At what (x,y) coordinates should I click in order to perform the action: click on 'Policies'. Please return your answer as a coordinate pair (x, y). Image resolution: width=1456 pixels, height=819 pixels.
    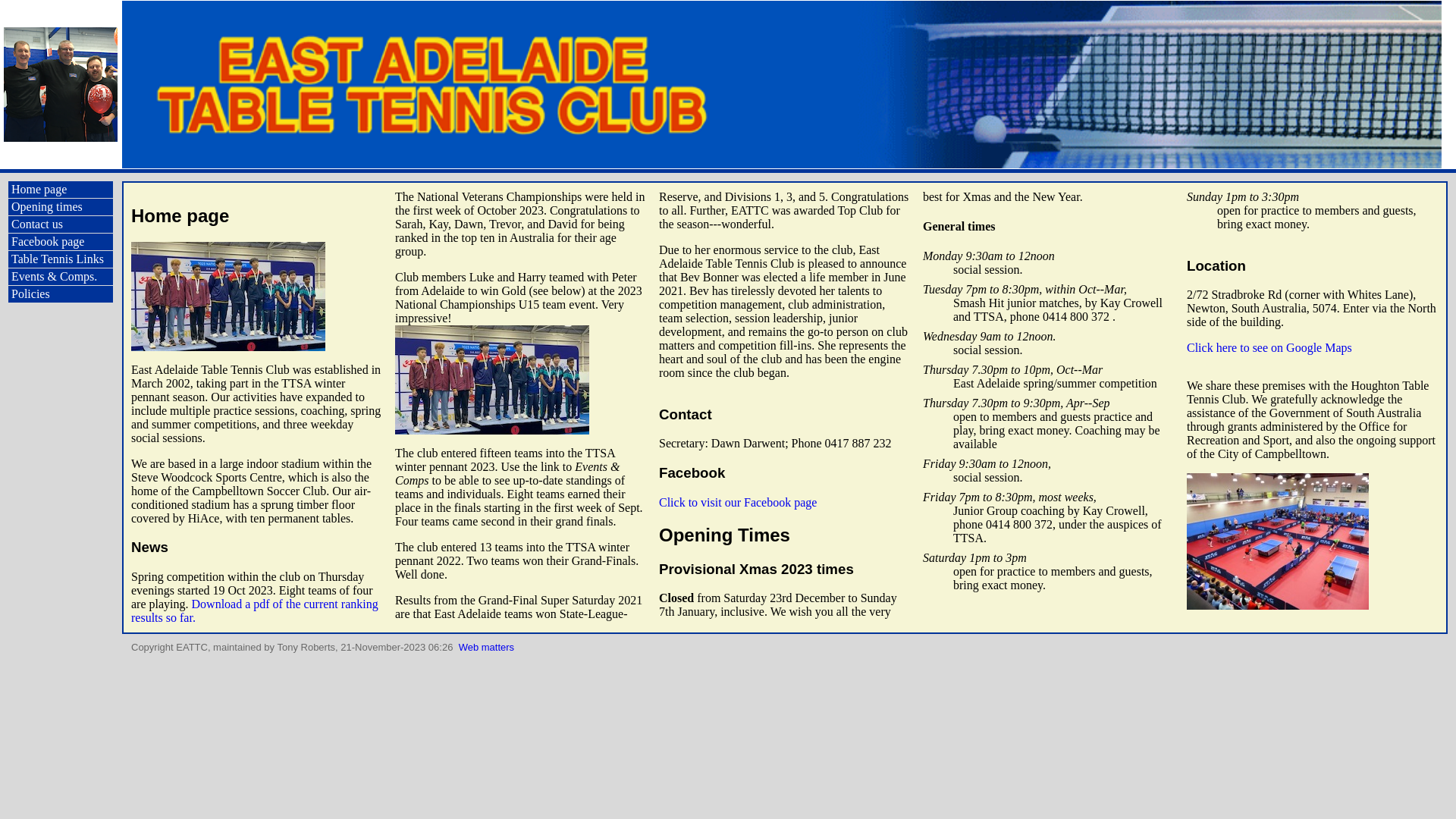
    Looking at the image, I should click on (61, 294).